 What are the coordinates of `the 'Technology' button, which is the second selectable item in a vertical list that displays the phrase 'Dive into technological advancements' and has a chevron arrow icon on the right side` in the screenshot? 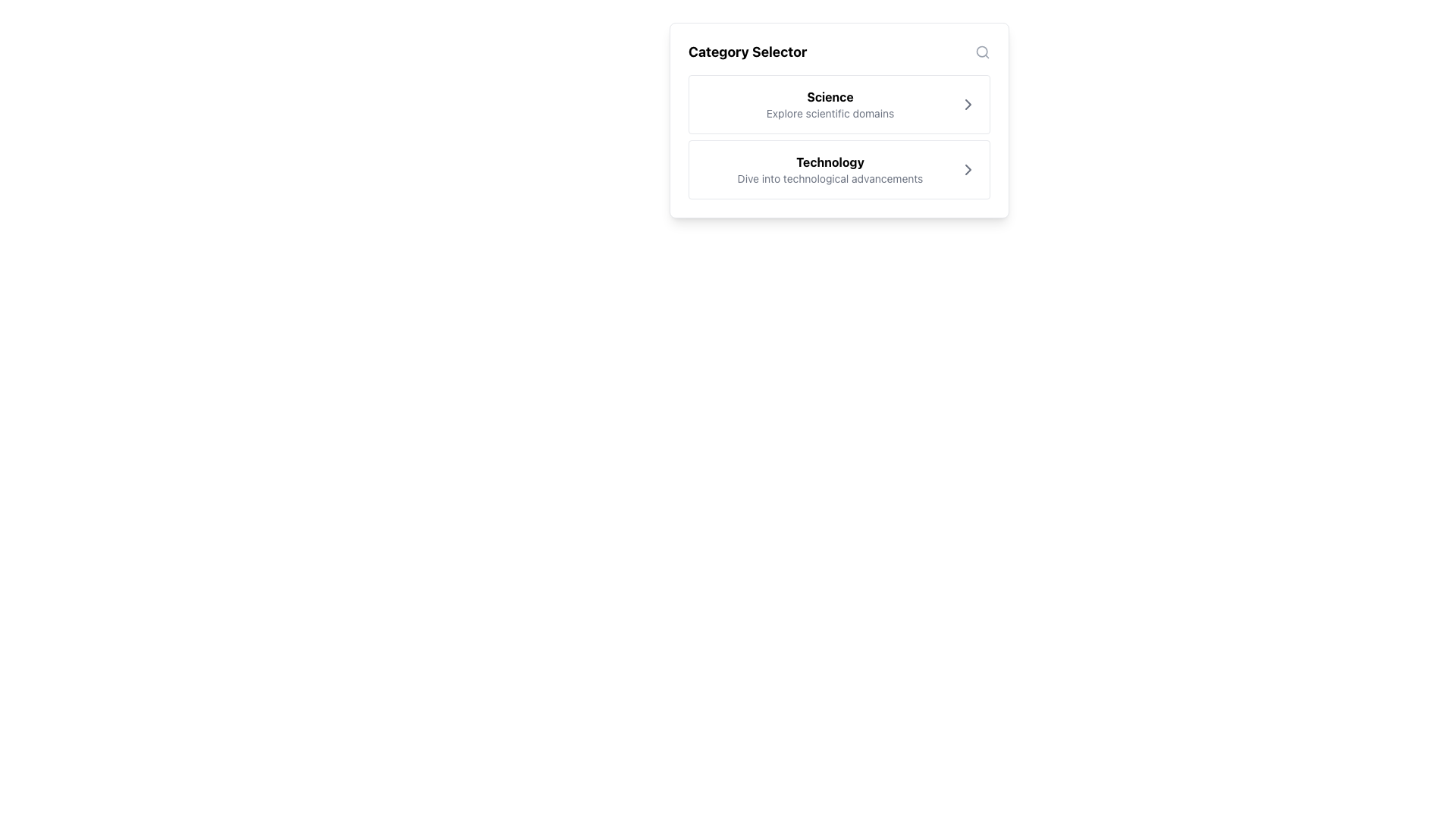 It's located at (839, 169).